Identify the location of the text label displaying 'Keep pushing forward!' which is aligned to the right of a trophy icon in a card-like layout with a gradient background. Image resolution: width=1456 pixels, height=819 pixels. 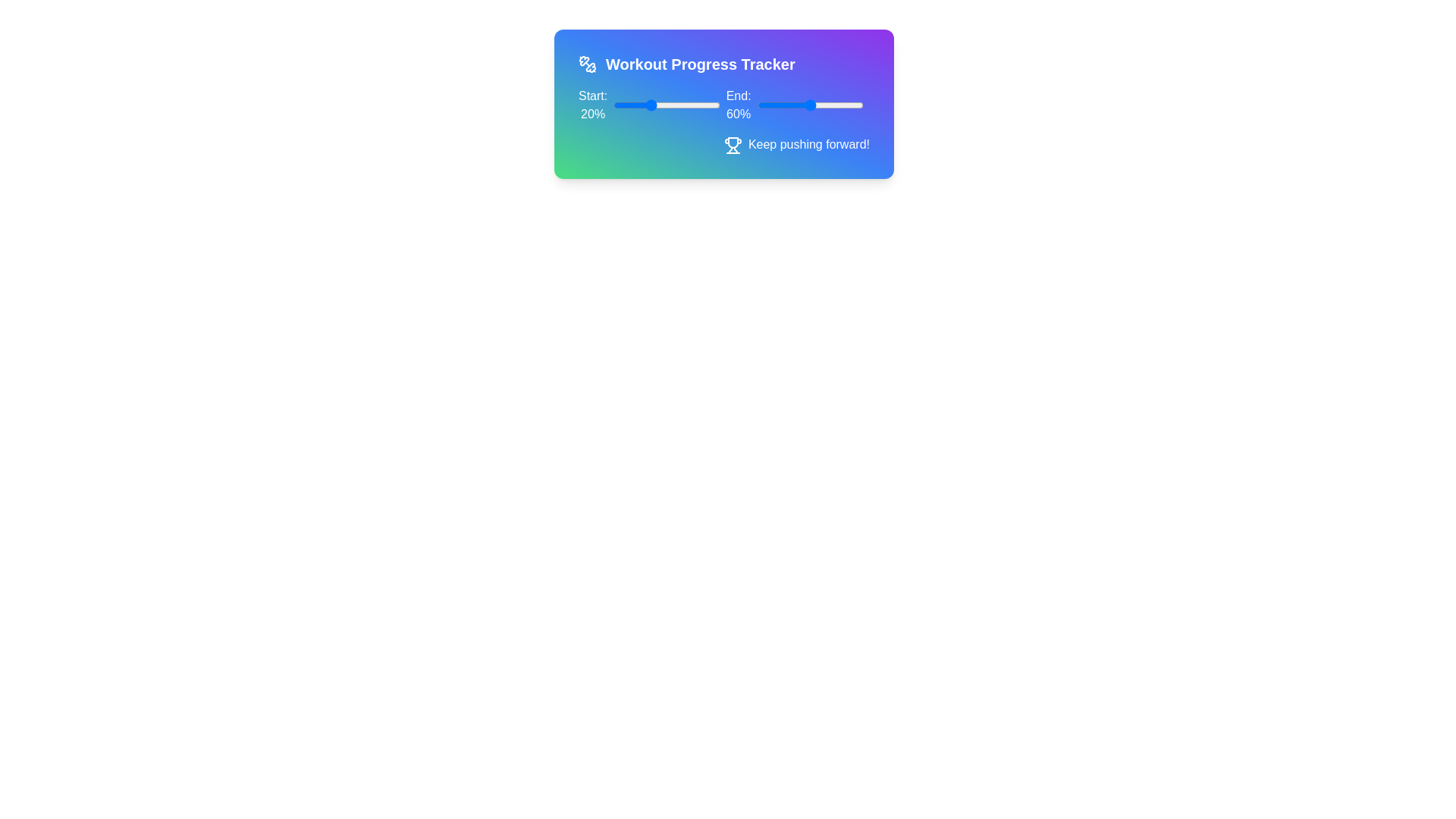
(808, 144).